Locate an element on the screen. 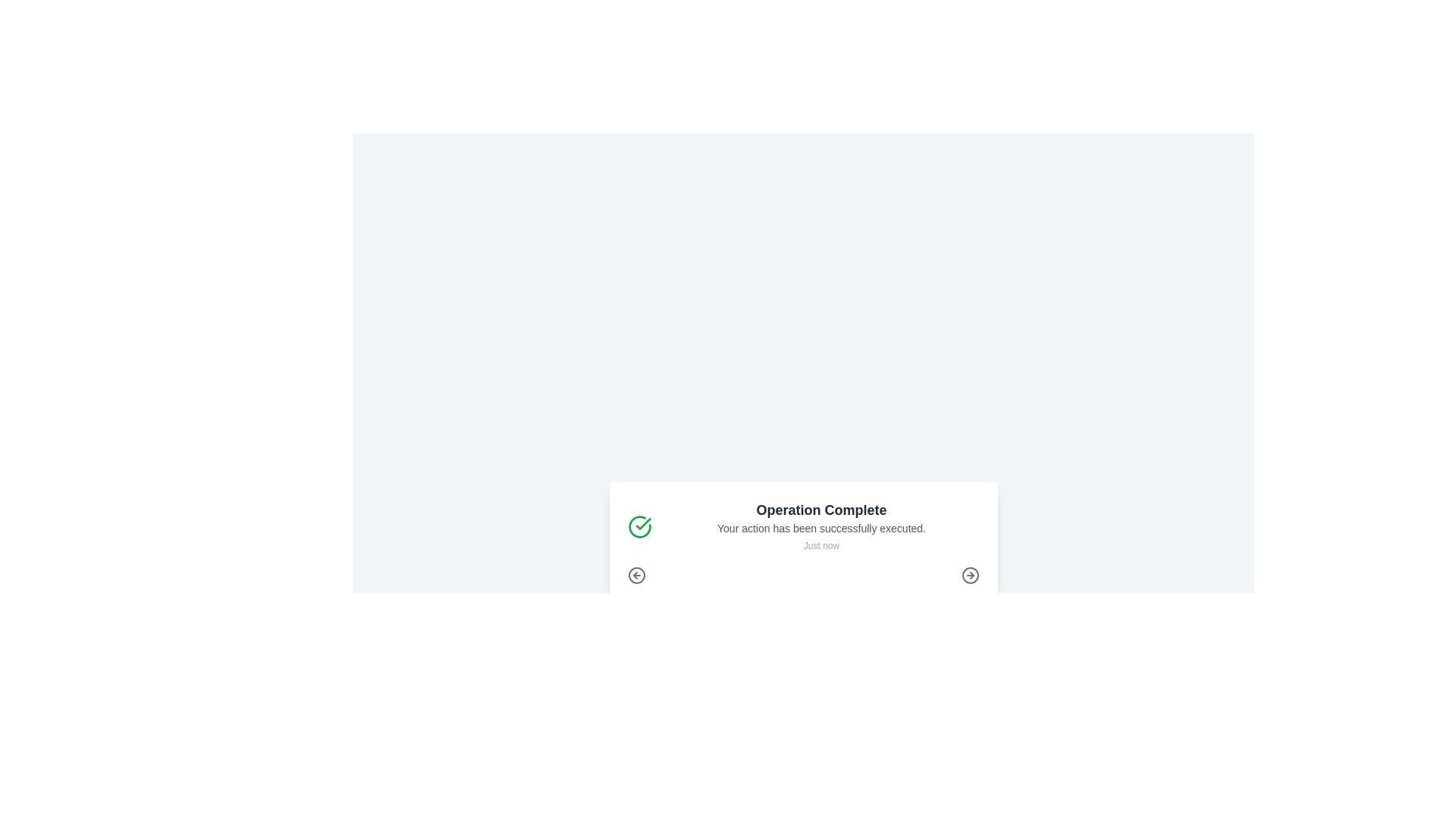 The height and width of the screenshot is (819, 1456). the circular graphical element located in the bottom-right corner of the 'Operation Complete' dialog box, adjacent to the message text is located at coordinates (969, 576).